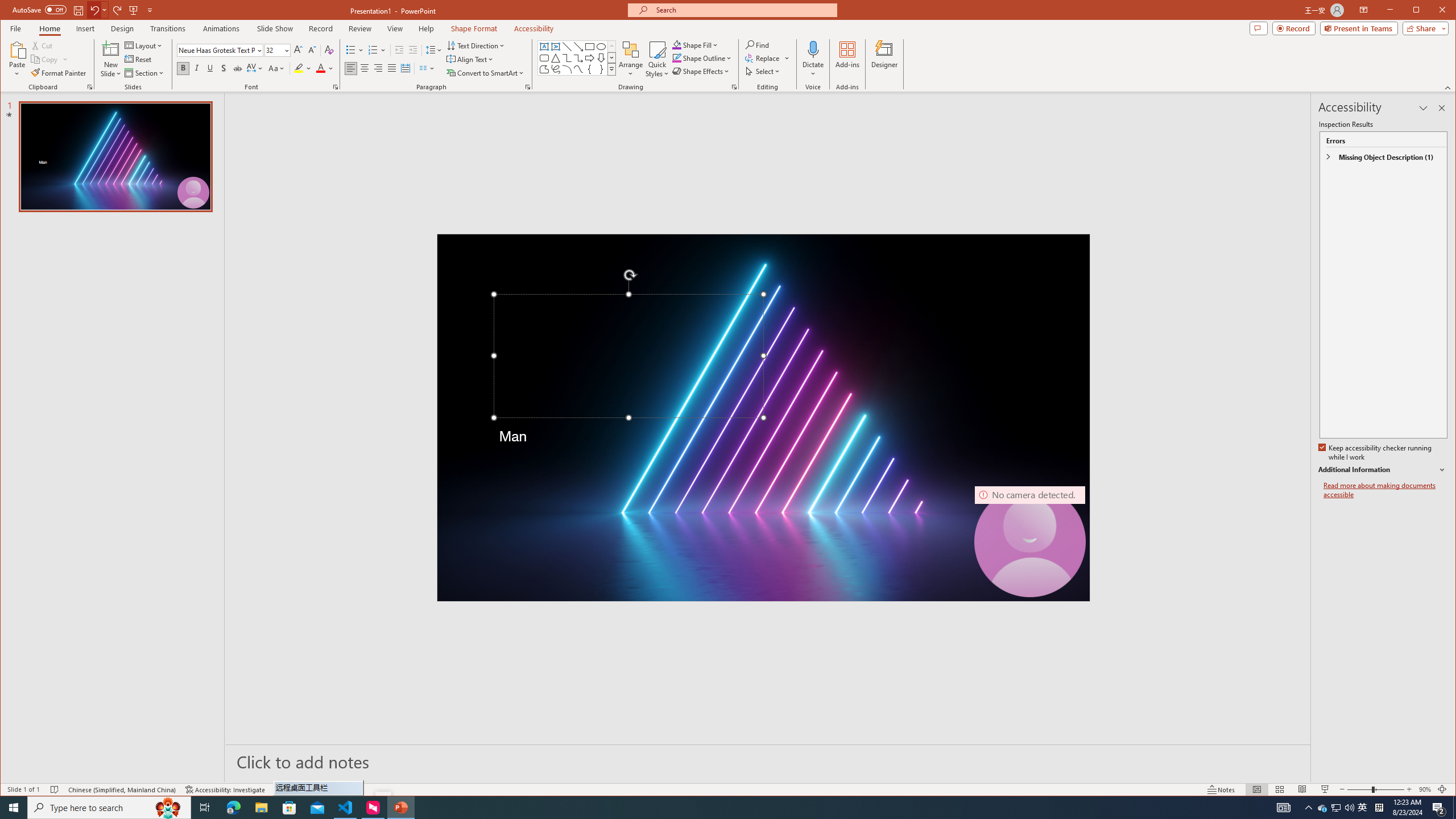 This screenshot has height=819, width=1456. I want to click on 'Shape Format', so click(473, 28).